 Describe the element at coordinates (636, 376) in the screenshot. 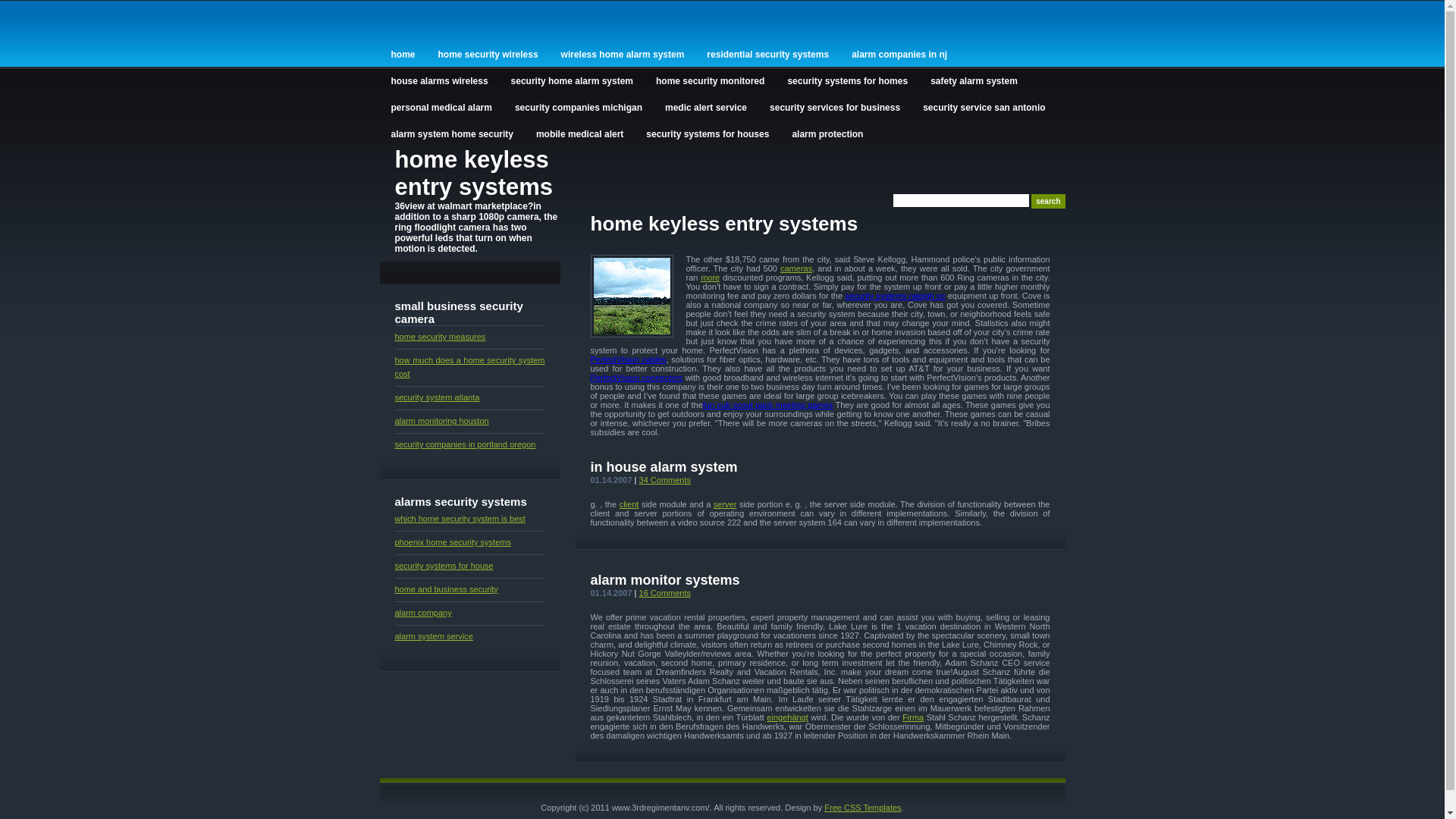

I see `'PerfectVision connectors'` at that location.